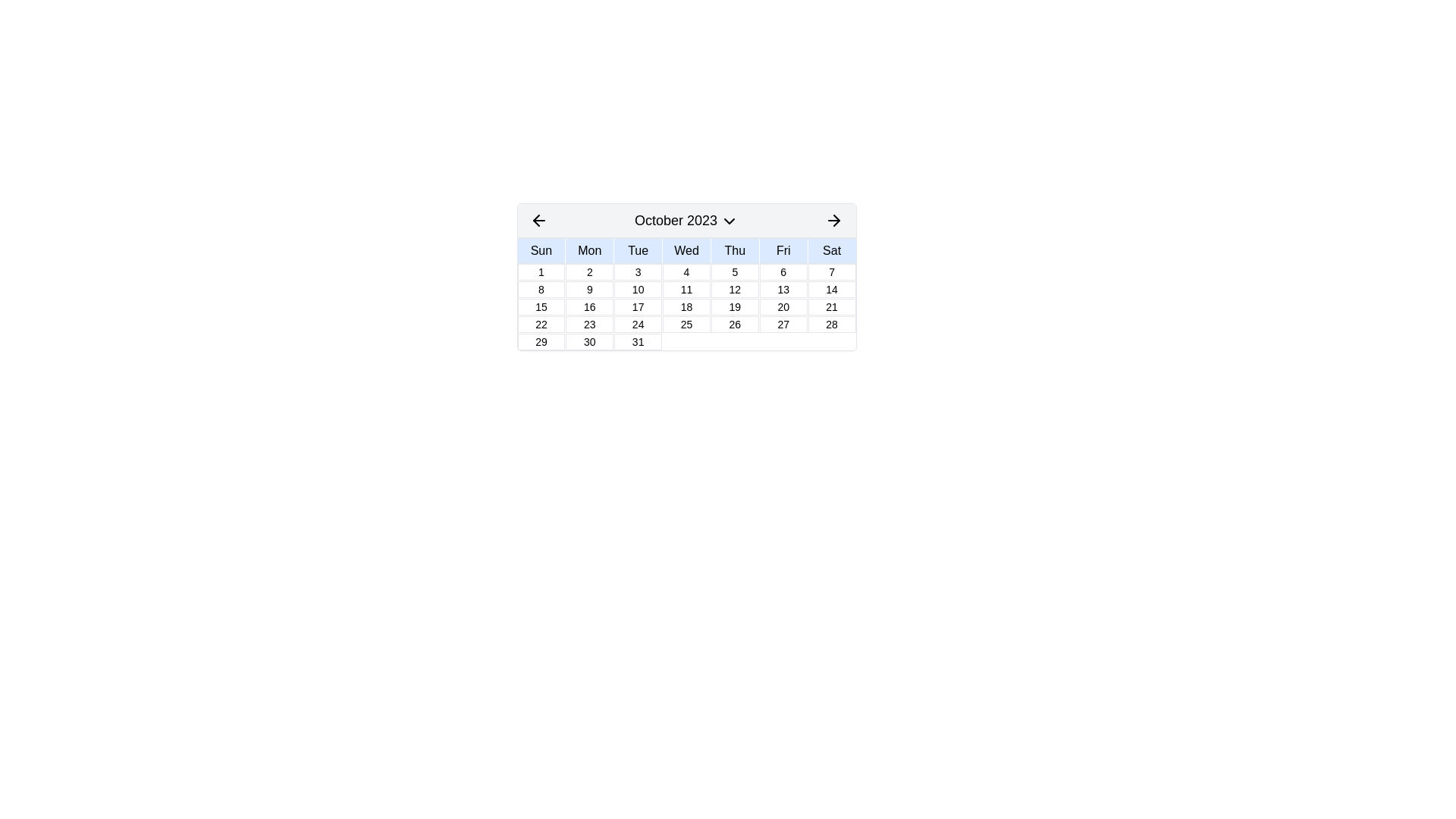 The image size is (1456, 819). Describe the element at coordinates (735, 289) in the screenshot. I see `the Label representing the 12th day of the month in the calendar view, located in the second row and fifth column` at that location.